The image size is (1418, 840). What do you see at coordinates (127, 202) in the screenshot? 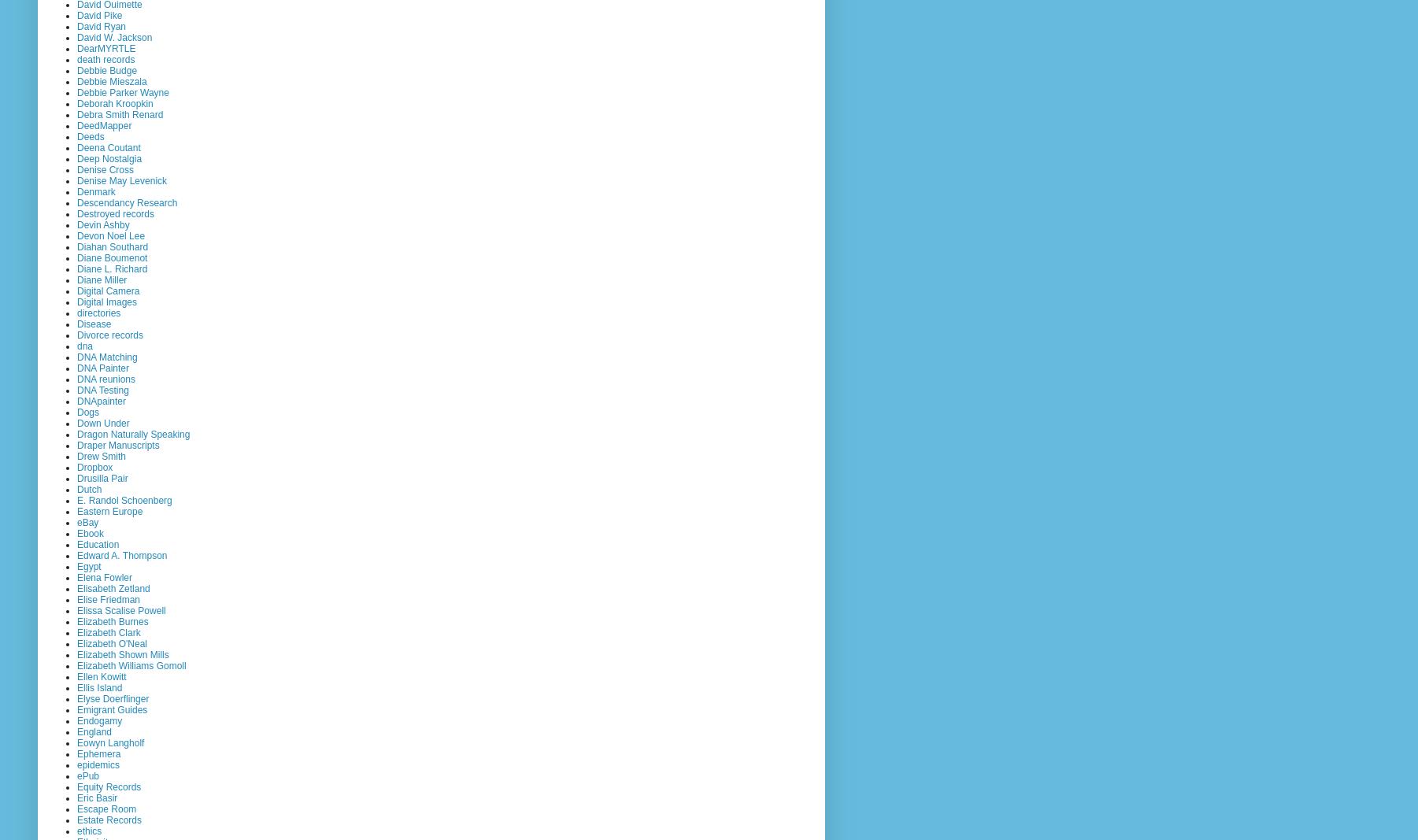
I see `'Descendancy Research'` at bounding box center [127, 202].